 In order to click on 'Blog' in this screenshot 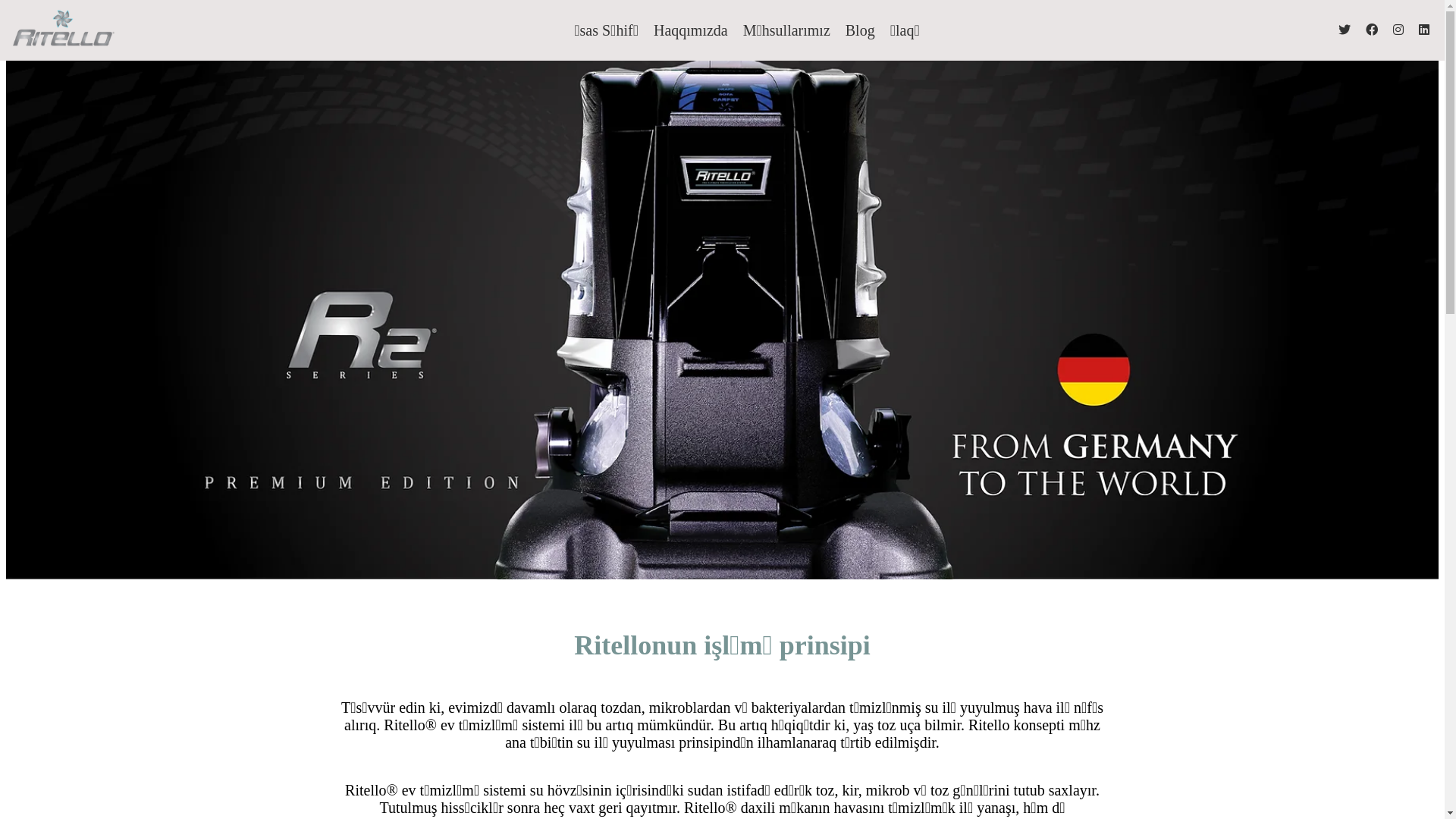, I will do `click(860, 30)`.